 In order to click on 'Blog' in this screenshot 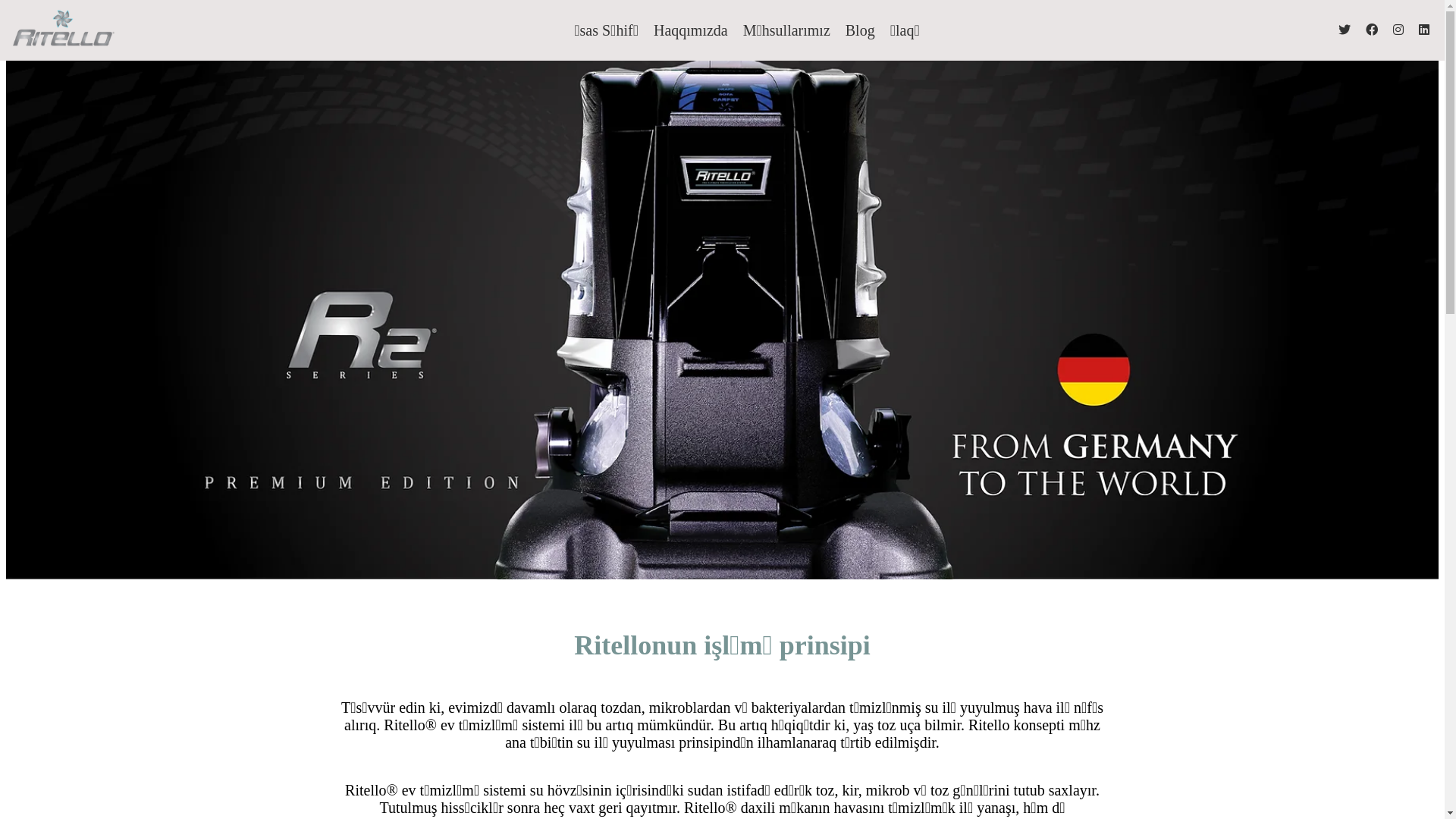, I will do `click(860, 30)`.